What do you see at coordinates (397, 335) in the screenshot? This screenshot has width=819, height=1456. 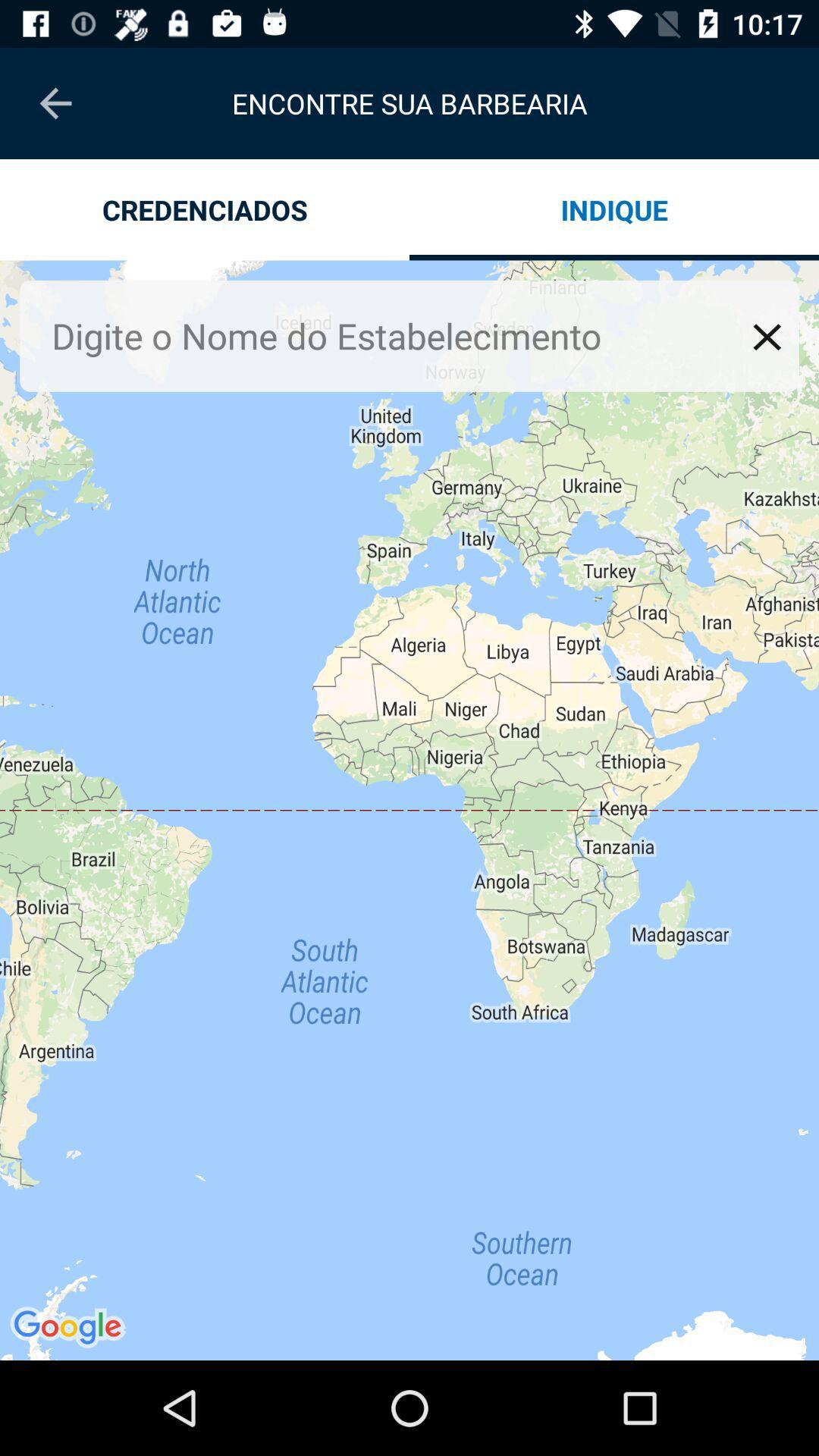 I see `search box` at bounding box center [397, 335].